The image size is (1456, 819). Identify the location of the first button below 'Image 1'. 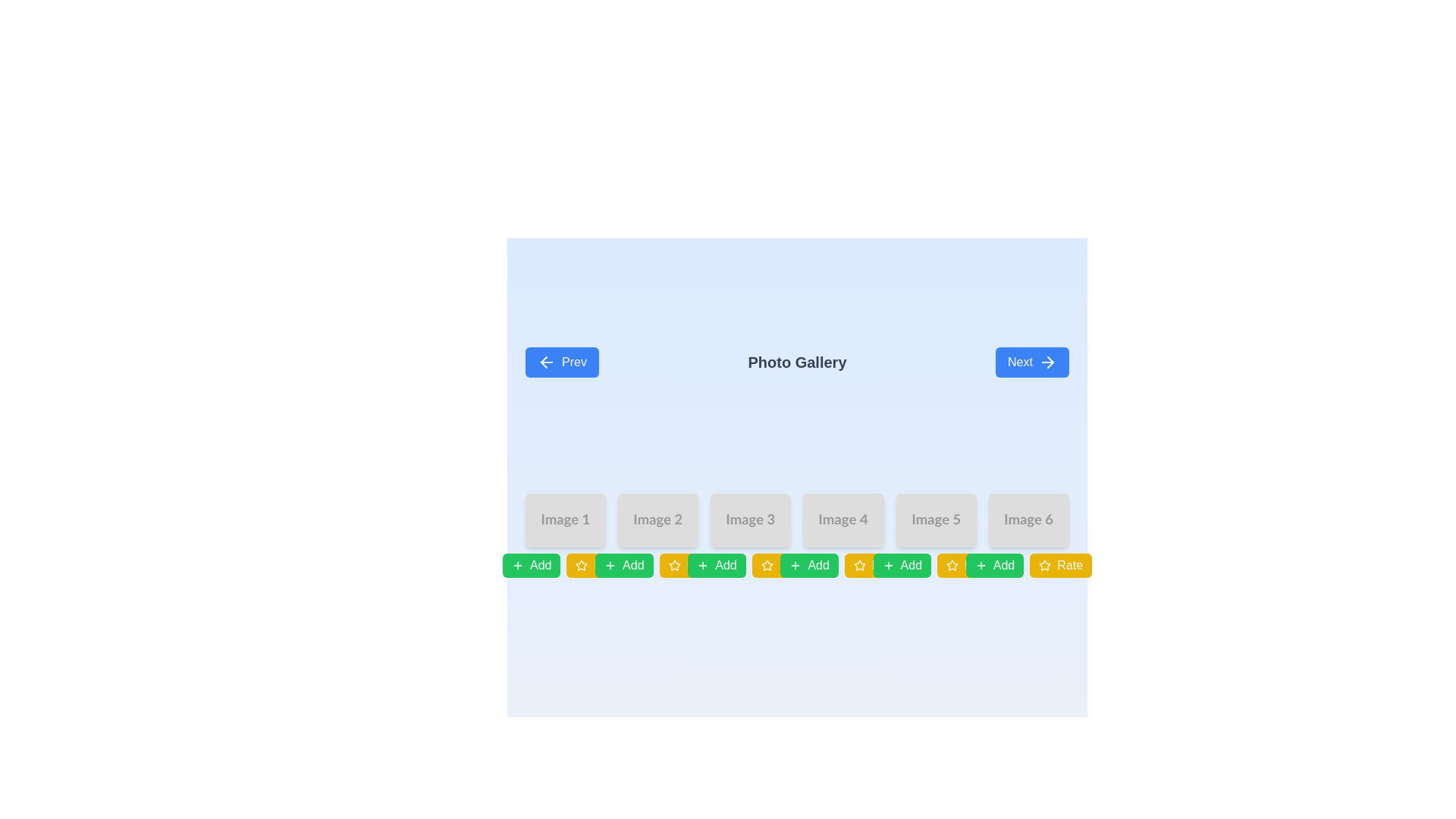
(541, 565).